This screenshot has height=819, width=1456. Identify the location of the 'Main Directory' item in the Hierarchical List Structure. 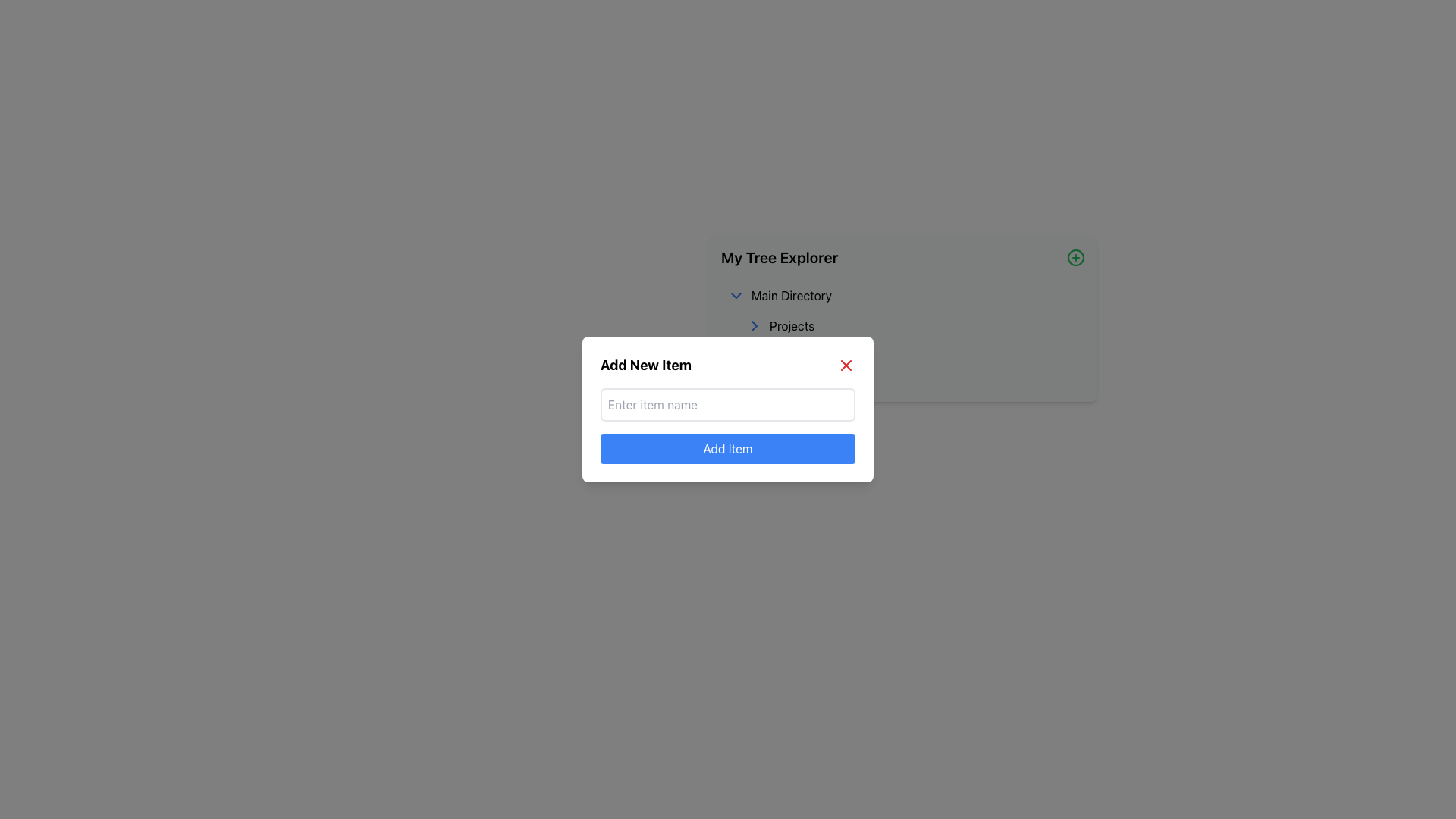
(902, 331).